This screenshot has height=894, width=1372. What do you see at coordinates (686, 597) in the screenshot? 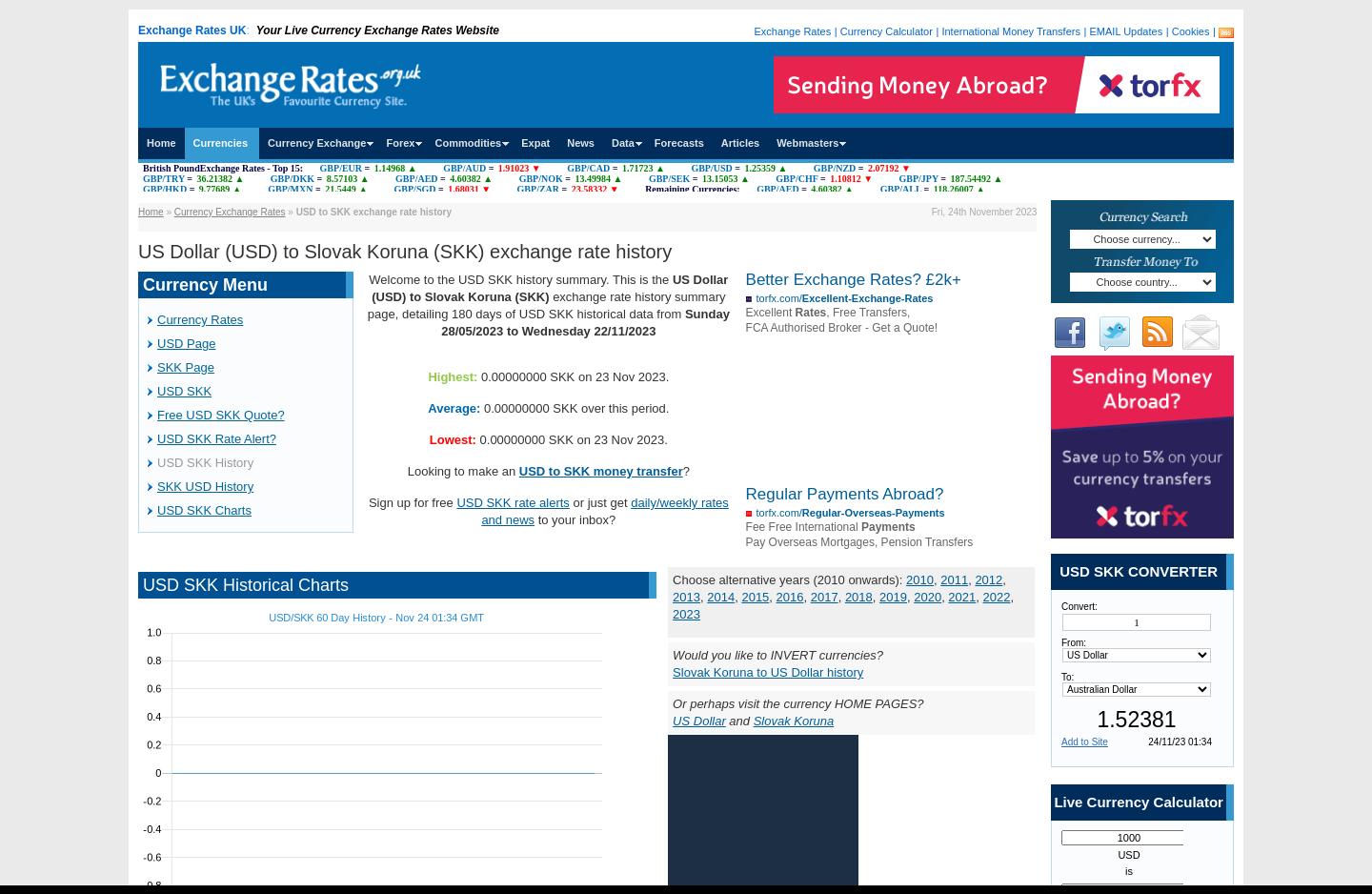
I see `'2013'` at bounding box center [686, 597].